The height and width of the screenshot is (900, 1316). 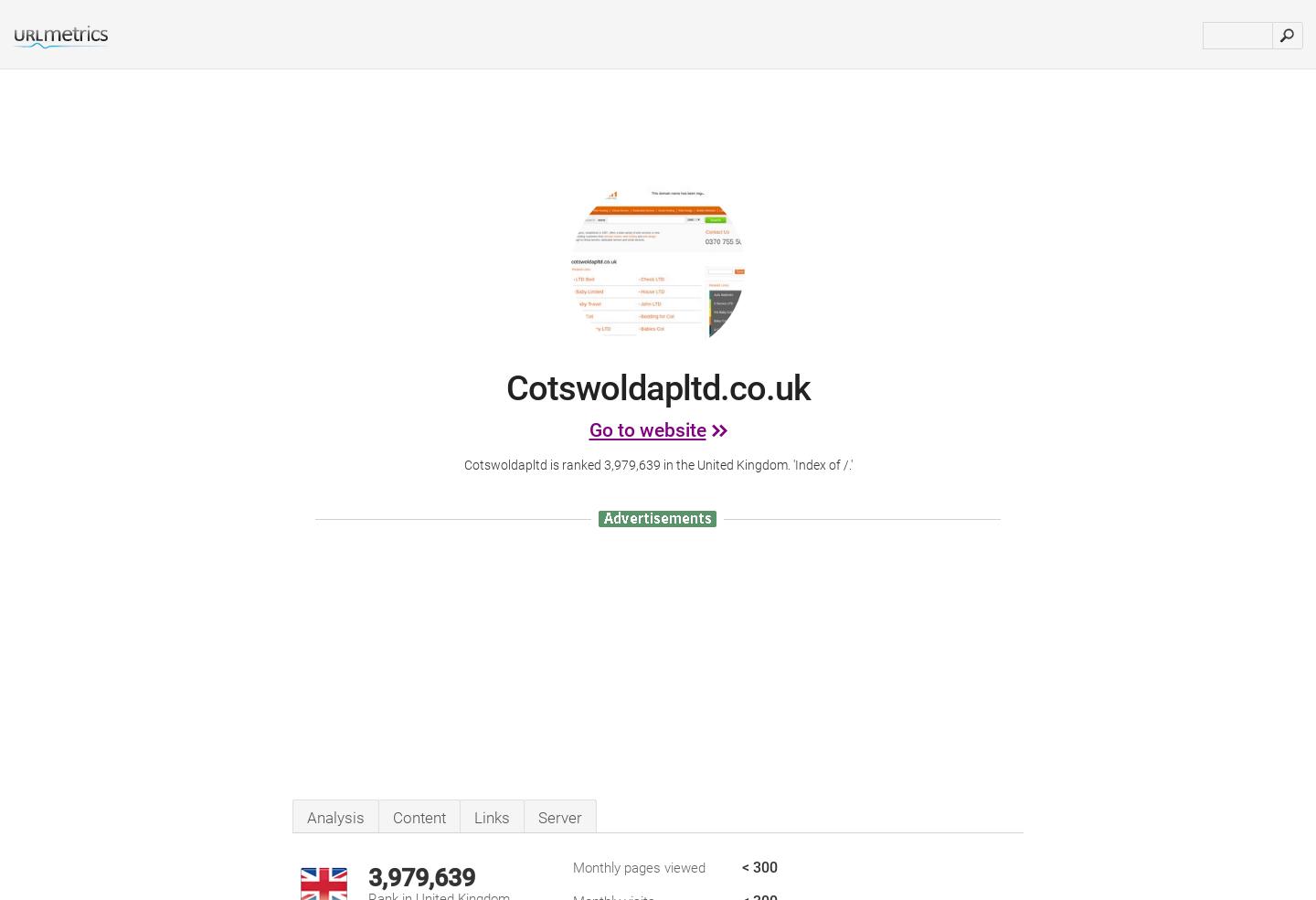 What do you see at coordinates (759, 867) in the screenshot?
I see `'< 300'` at bounding box center [759, 867].